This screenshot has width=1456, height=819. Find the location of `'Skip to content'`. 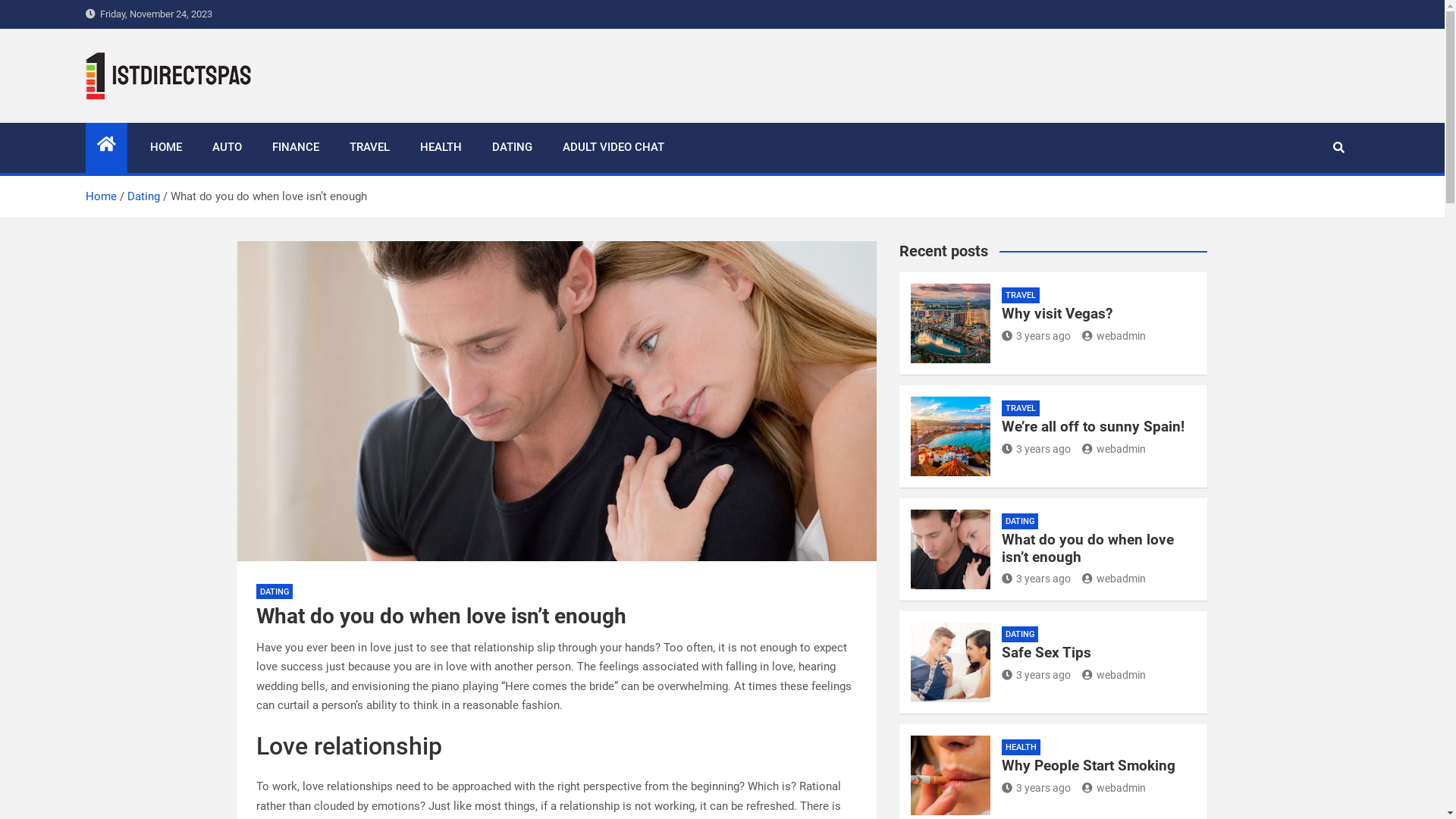

'Skip to content' is located at coordinates (0, 0).